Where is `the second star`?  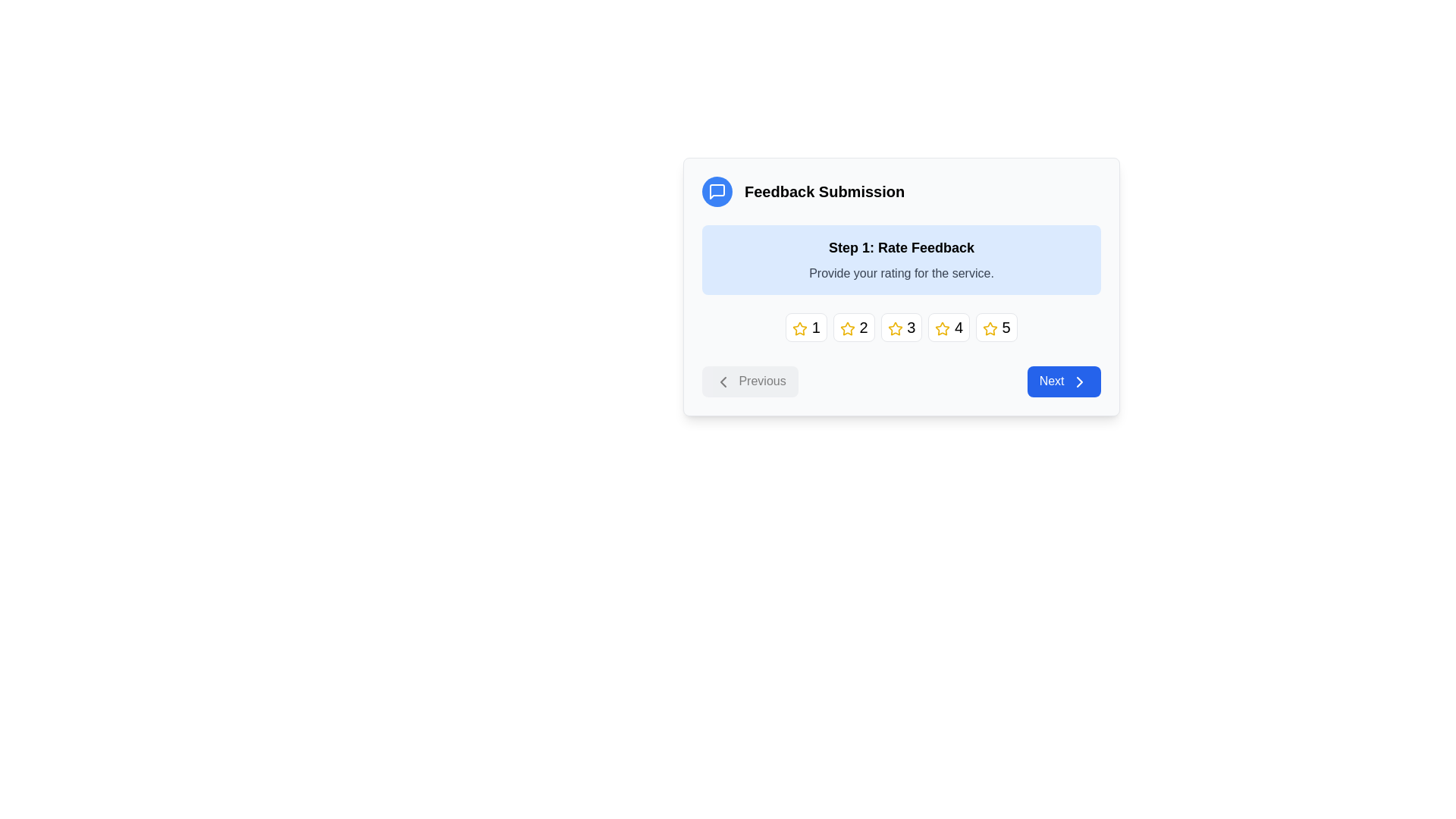
the second star is located at coordinates (847, 328).